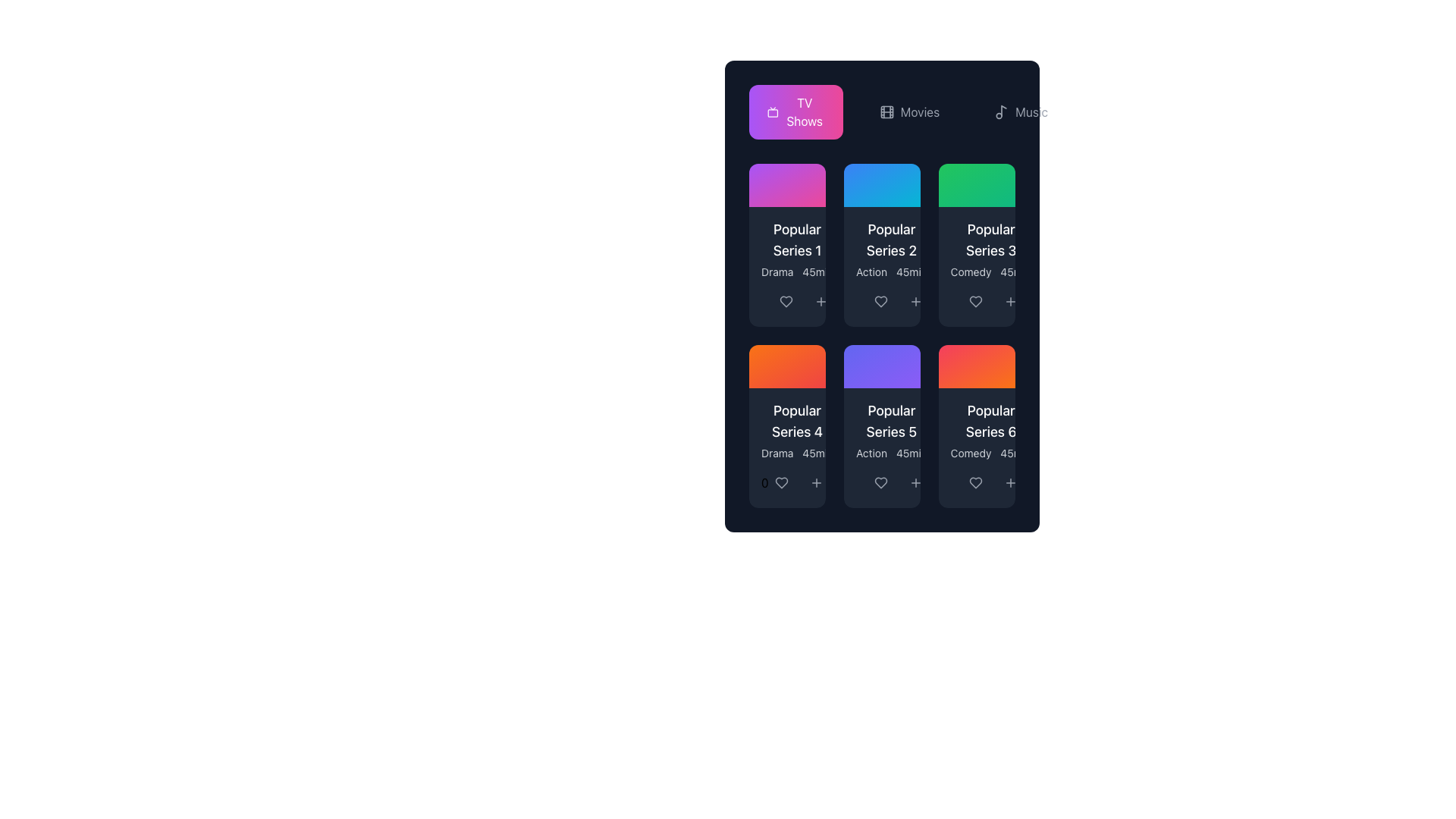 Image resolution: width=1456 pixels, height=819 pixels. What do you see at coordinates (1011, 301) in the screenshot?
I see `the '+' button icon located in the middle of three horizontal icons under the 'Popular Series 3' card` at bounding box center [1011, 301].